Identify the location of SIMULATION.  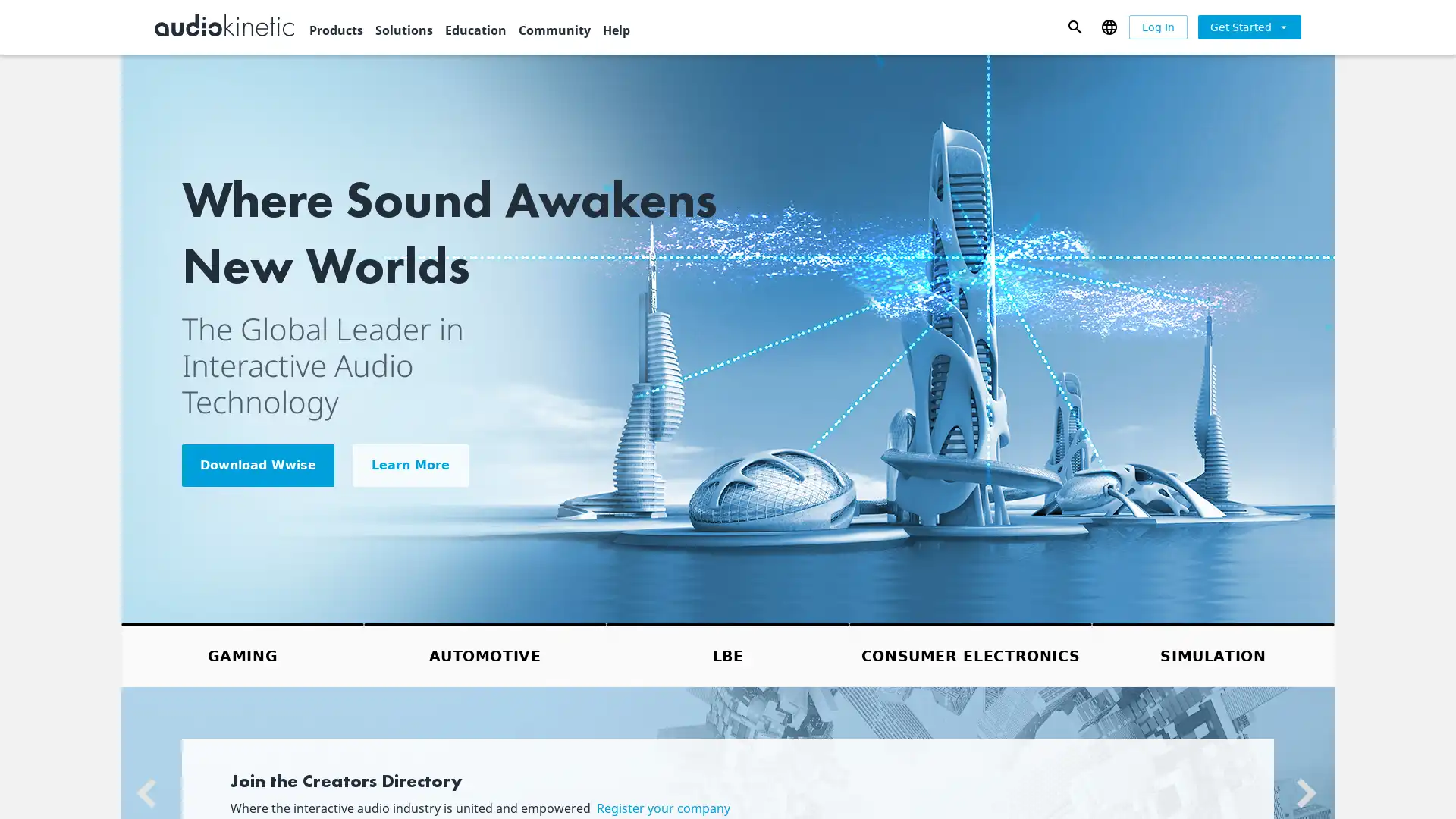
(1212, 654).